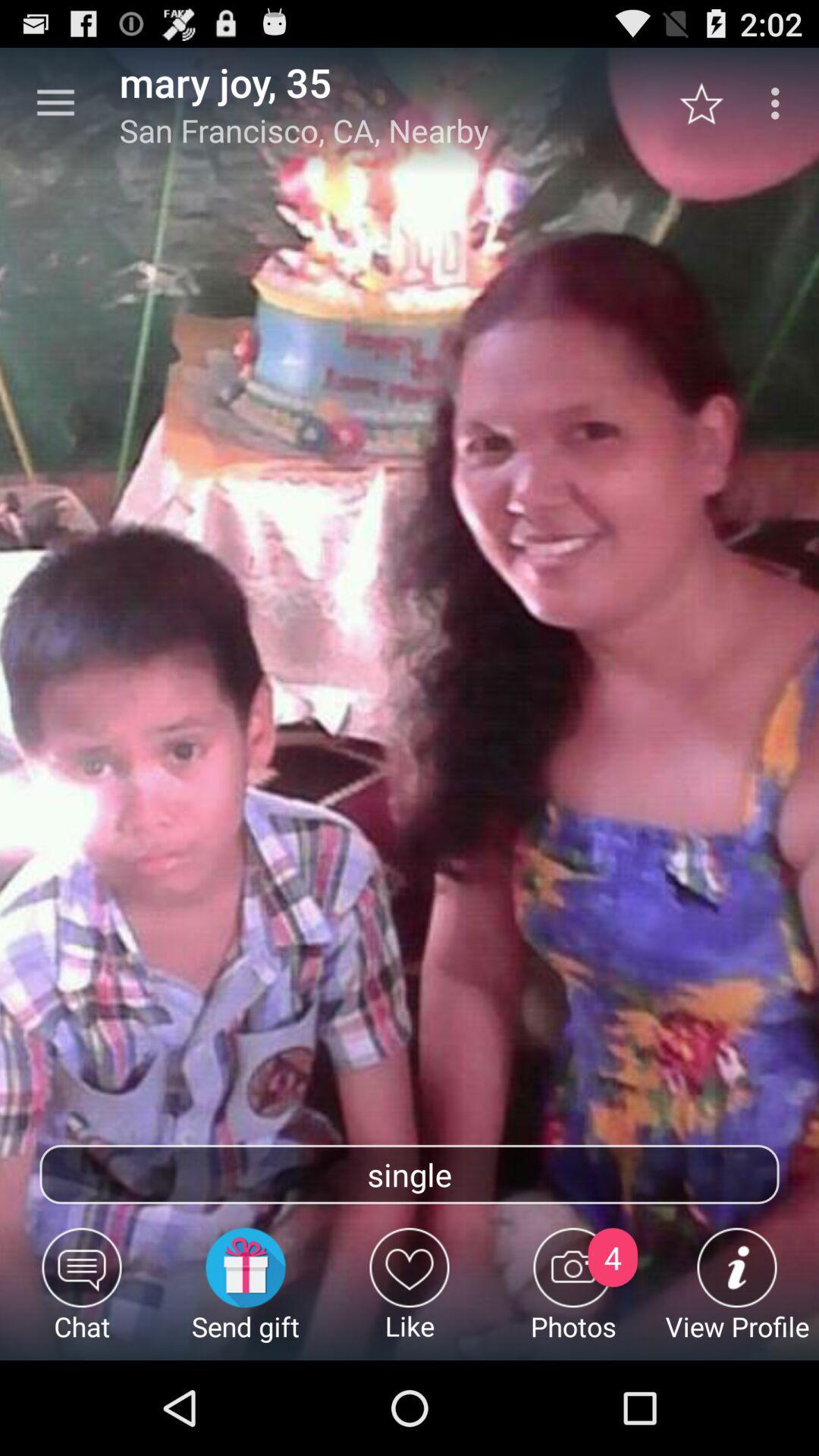  Describe the element at coordinates (55, 102) in the screenshot. I see `item above single` at that location.